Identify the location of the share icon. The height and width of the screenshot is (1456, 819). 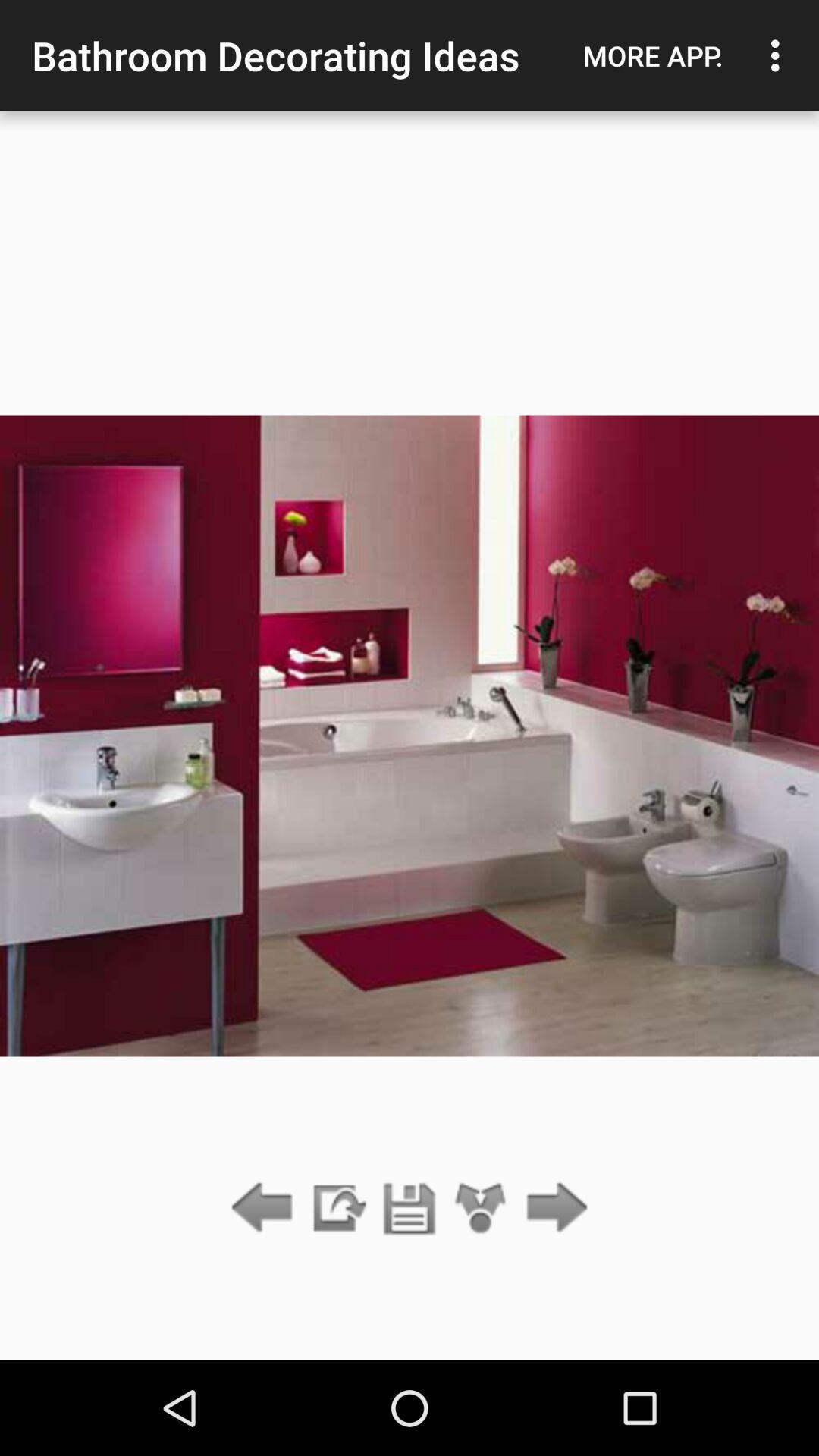
(481, 1208).